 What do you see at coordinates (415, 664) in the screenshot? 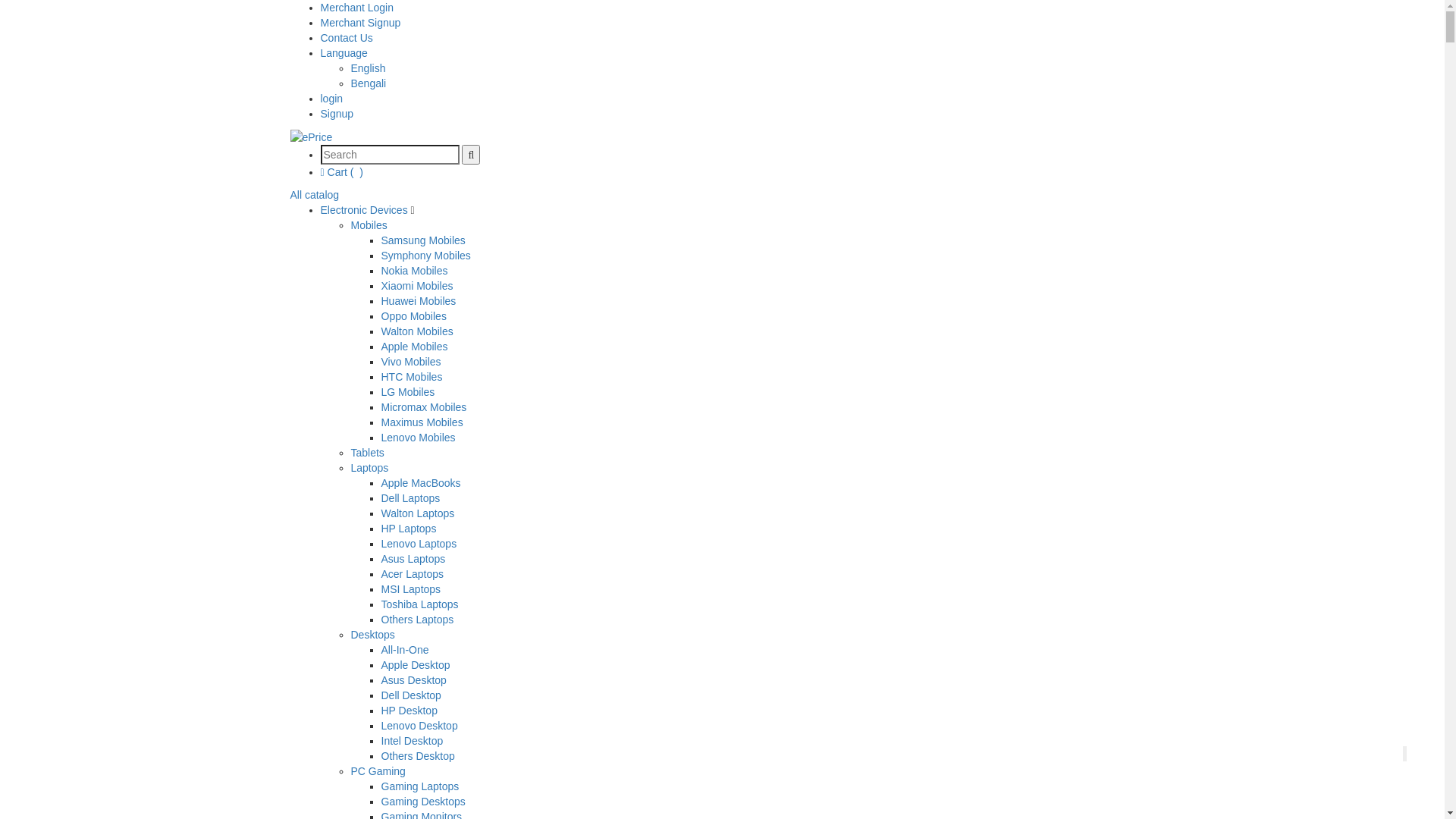
I see `'Apple Desktop'` at bounding box center [415, 664].